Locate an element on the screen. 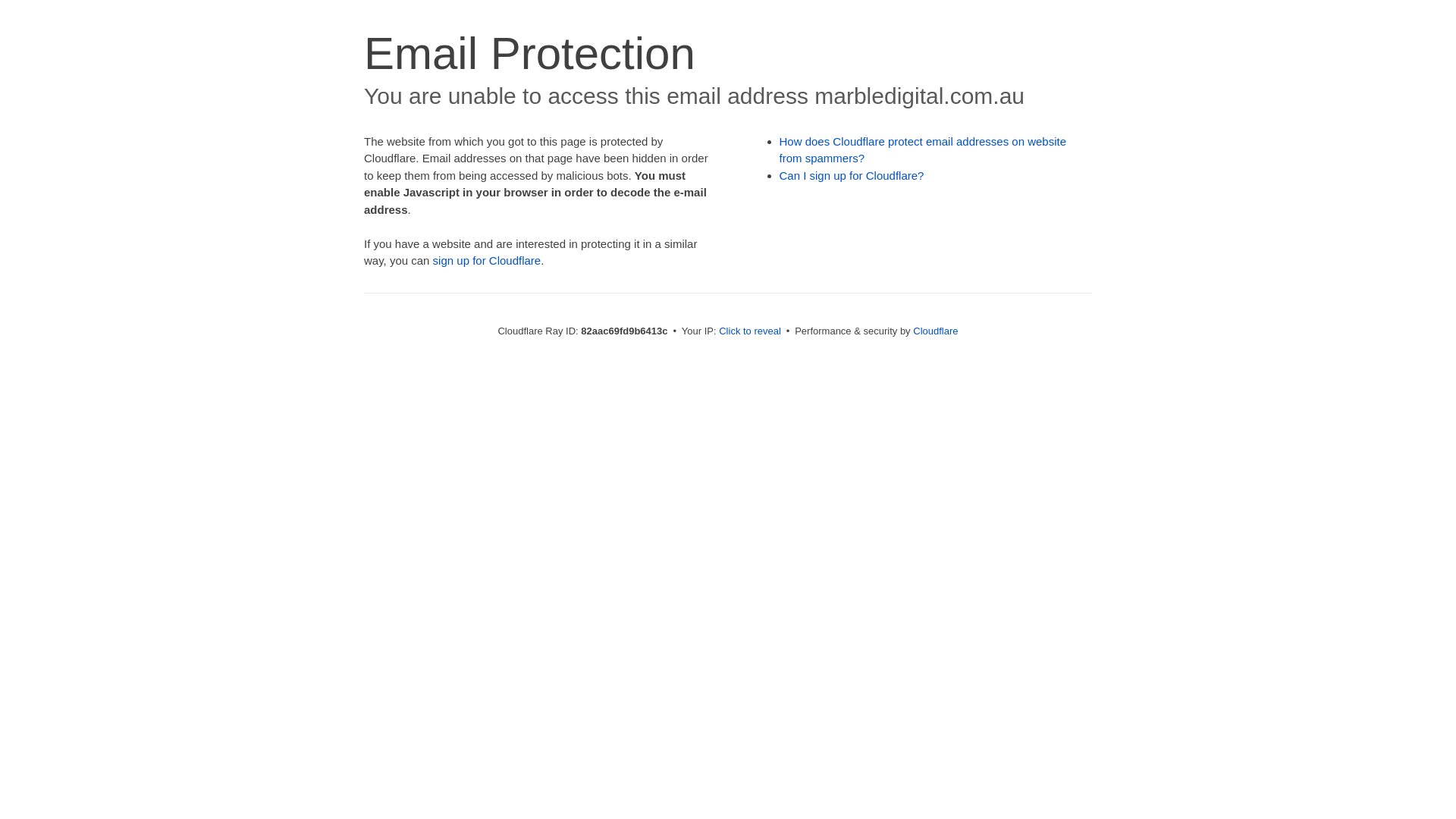 Image resolution: width=1456 pixels, height=819 pixels. 'Cloudflare' is located at coordinates (934, 330).